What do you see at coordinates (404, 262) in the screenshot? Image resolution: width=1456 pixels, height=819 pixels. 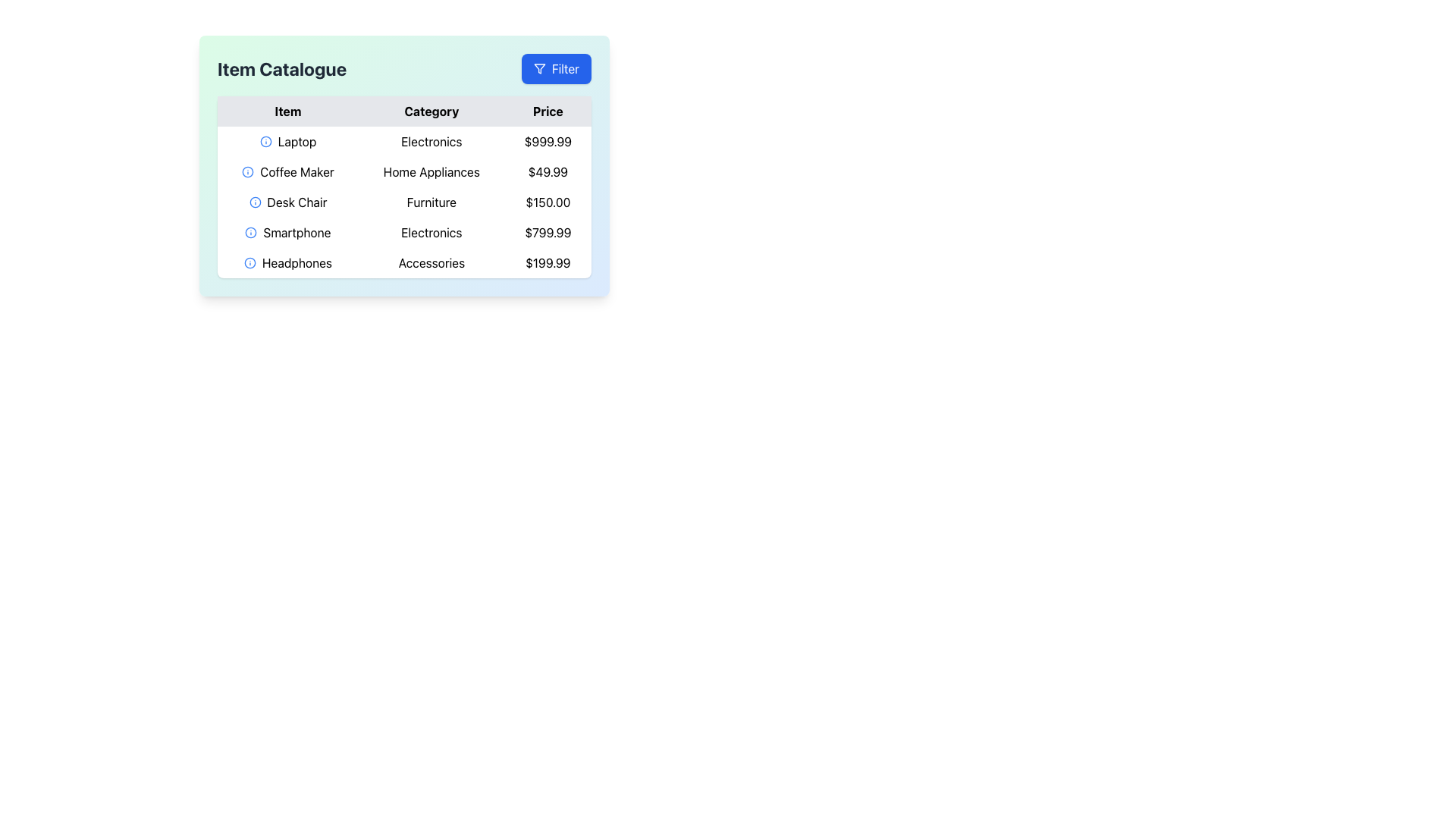 I see `the fifth row of the 'Item Catalogue' table` at bounding box center [404, 262].